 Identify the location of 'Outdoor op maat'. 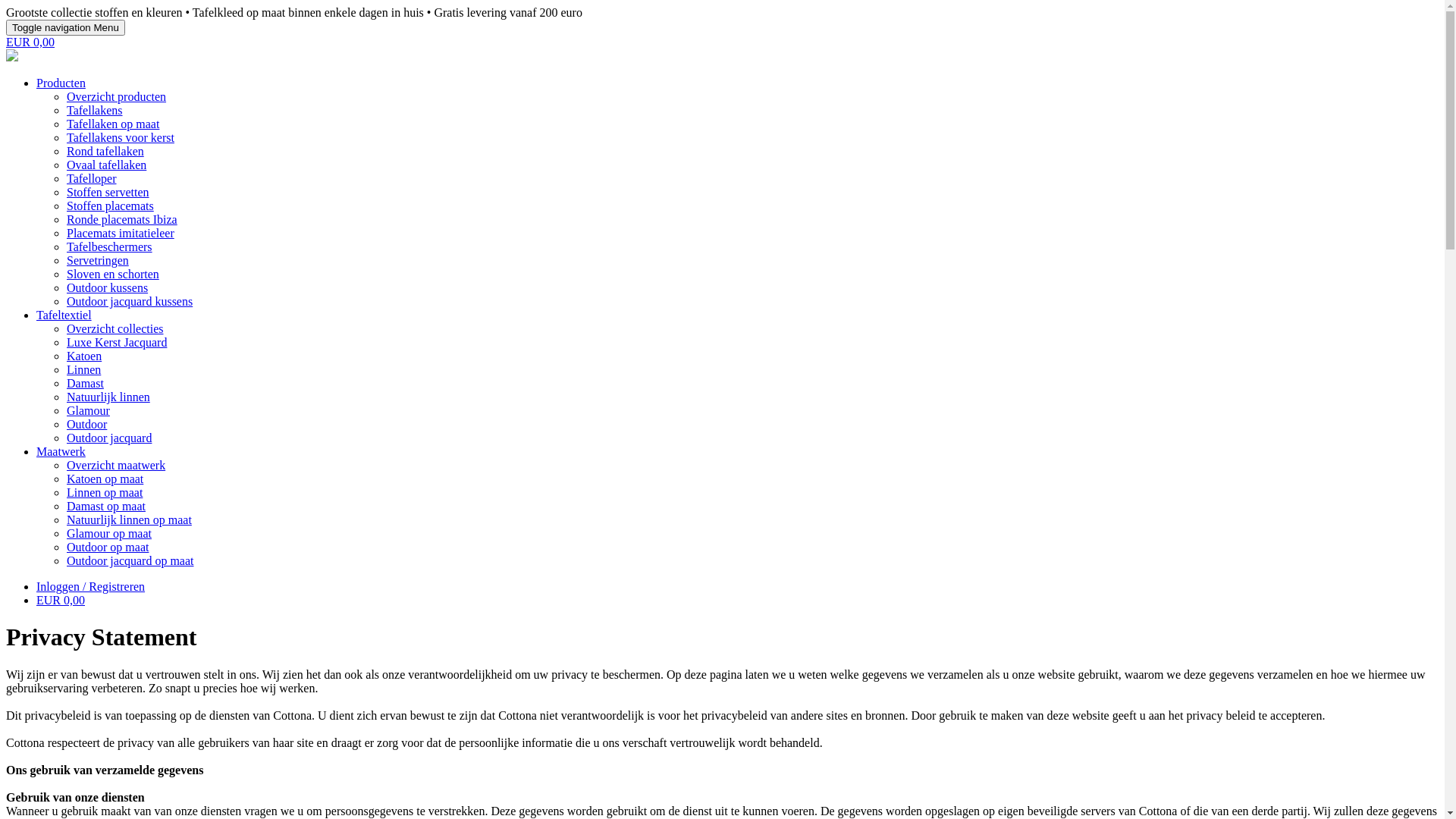
(107, 547).